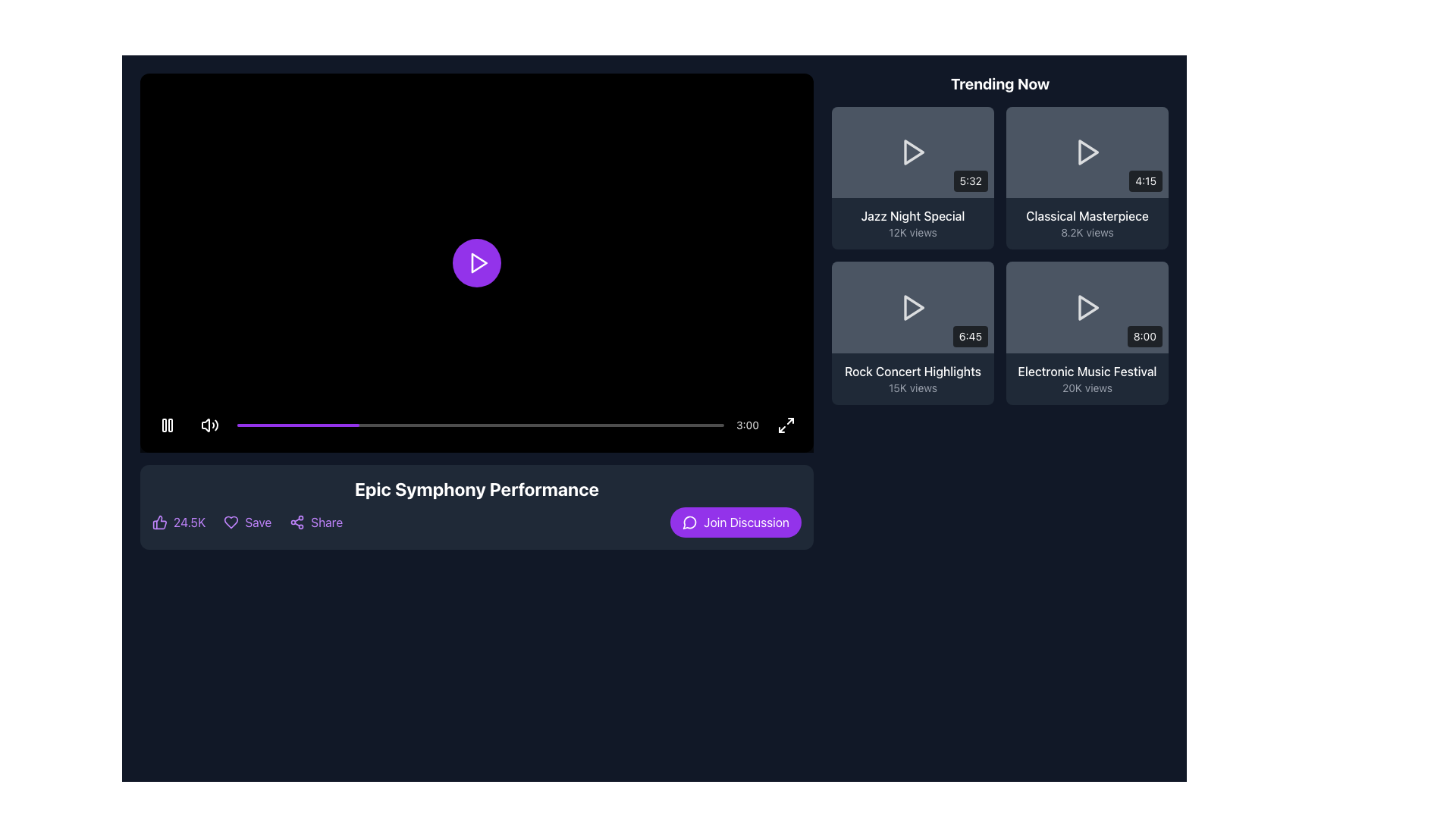 This screenshot has width=1456, height=819. I want to click on the heart icon located to the left of the text label 'Save' in the 'Epic Symphony Performance' section, so click(231, 521).